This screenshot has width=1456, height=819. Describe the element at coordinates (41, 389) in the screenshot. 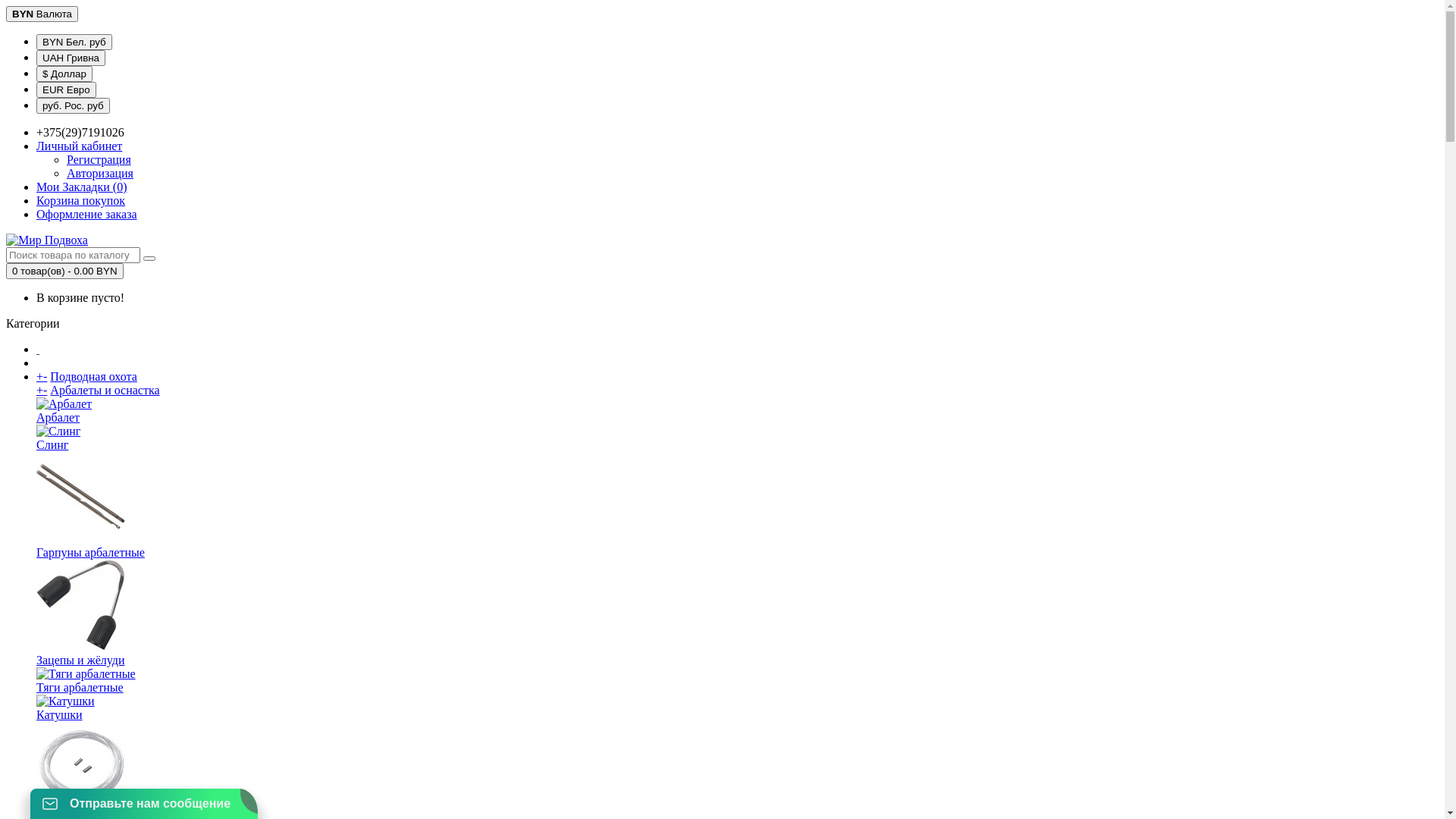

I see `'+-'` at that location.